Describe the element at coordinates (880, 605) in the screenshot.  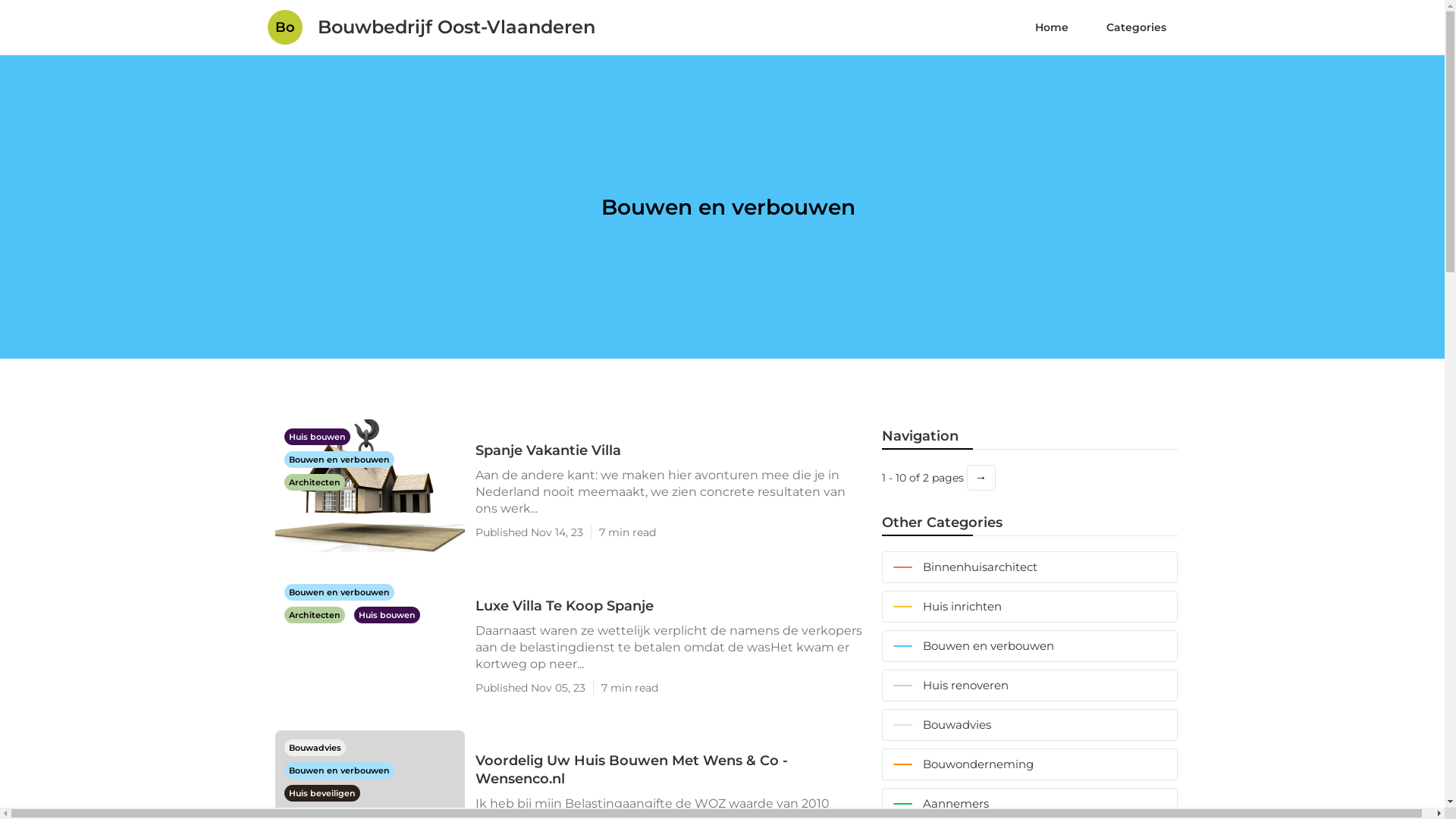
I see `'Huis inrichten'` at that location.